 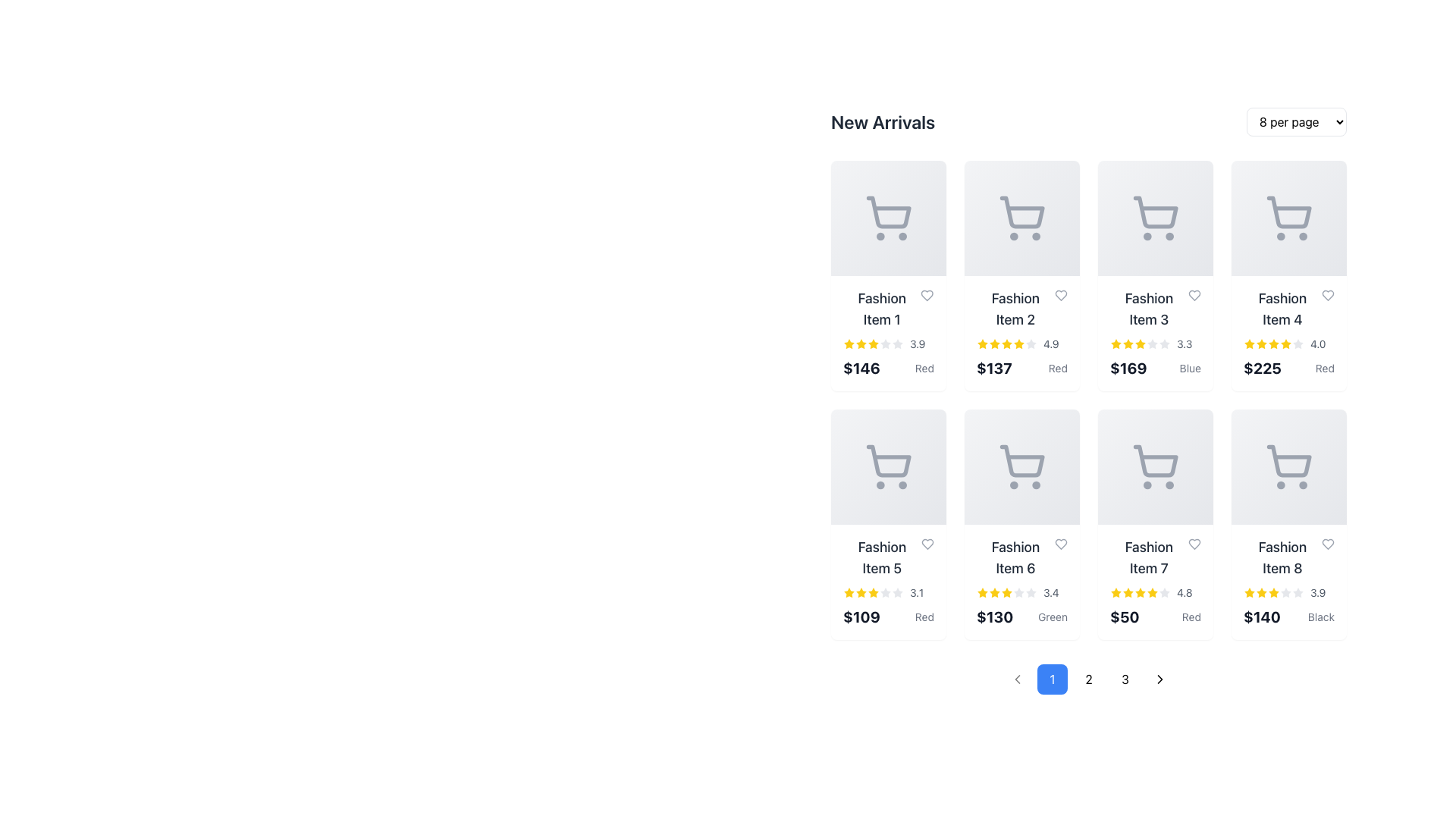 What do you see at coordinates (888, 466) in the screenshot?
I see `the shopping cart icon within the light gray rounded square area at the top of the card for 'Fashion Item 5'` at bounding box center [888, 466].